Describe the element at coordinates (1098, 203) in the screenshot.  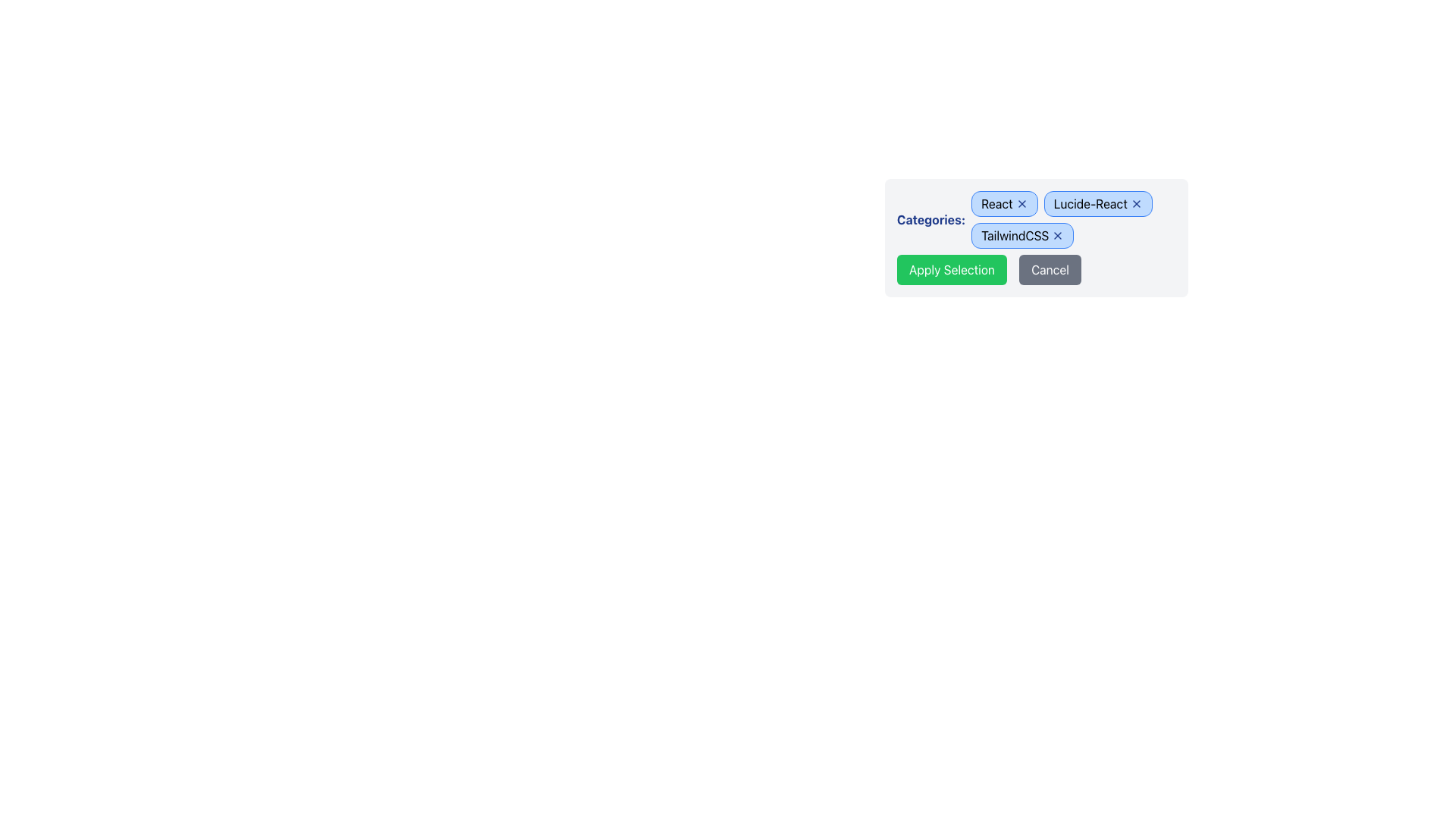
I see `the text of the category tag located to the right of the 'React' tag` at that location.